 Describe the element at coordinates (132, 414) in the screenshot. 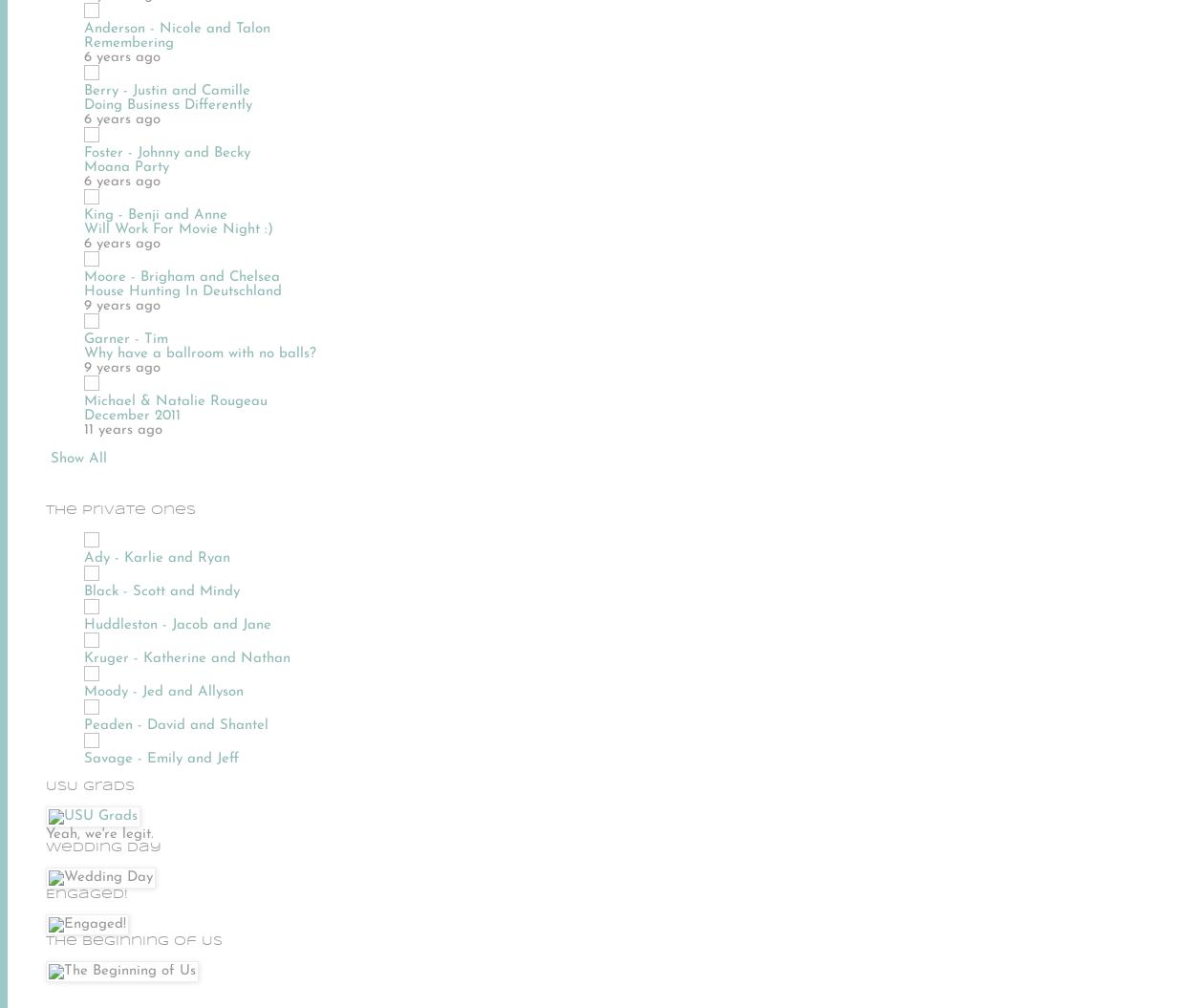

I see `'December 2011'` at that location.